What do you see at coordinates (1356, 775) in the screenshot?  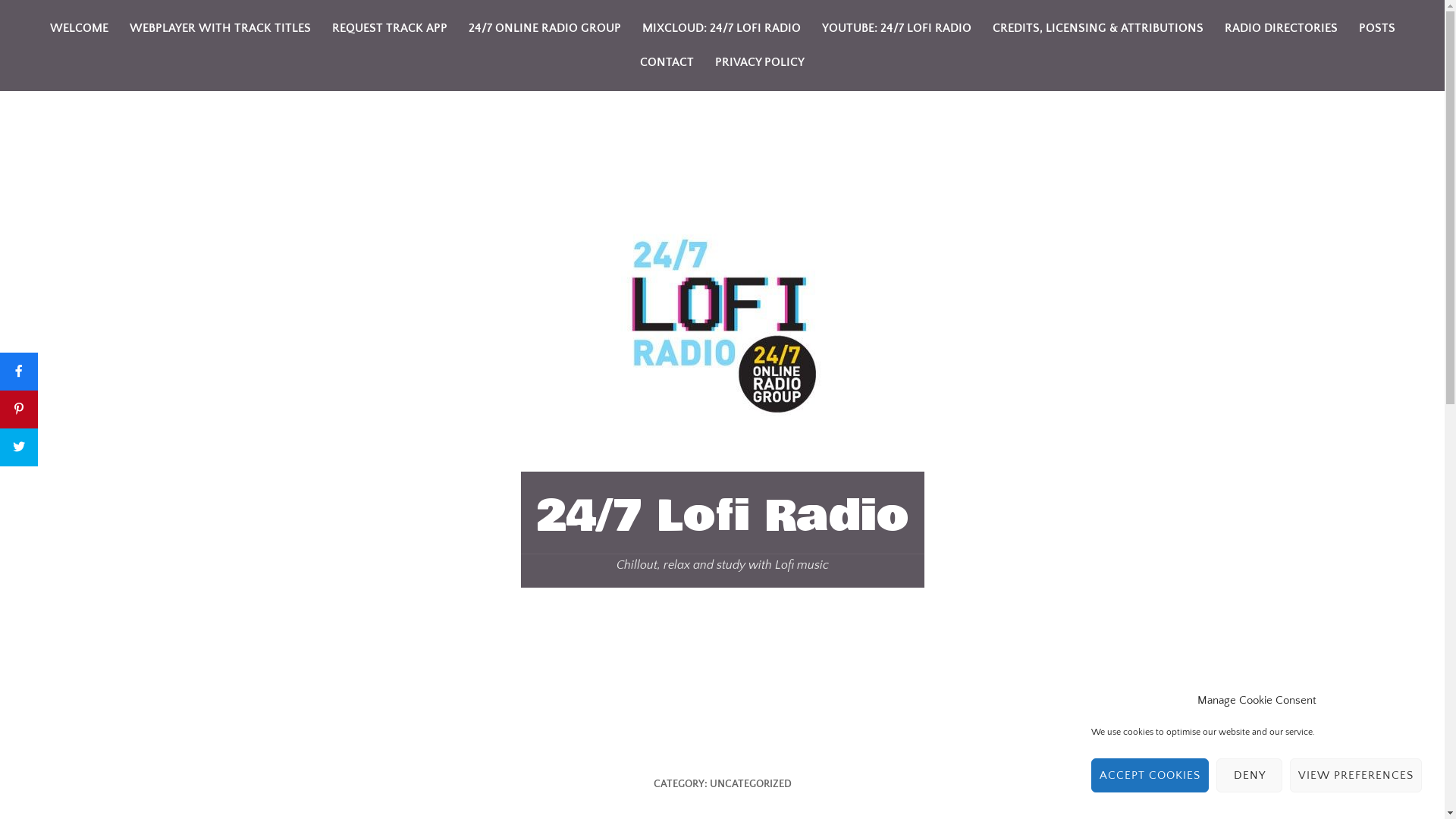 I see `'VIEW PREFERENCES'` at bounding box center [1356, 775].